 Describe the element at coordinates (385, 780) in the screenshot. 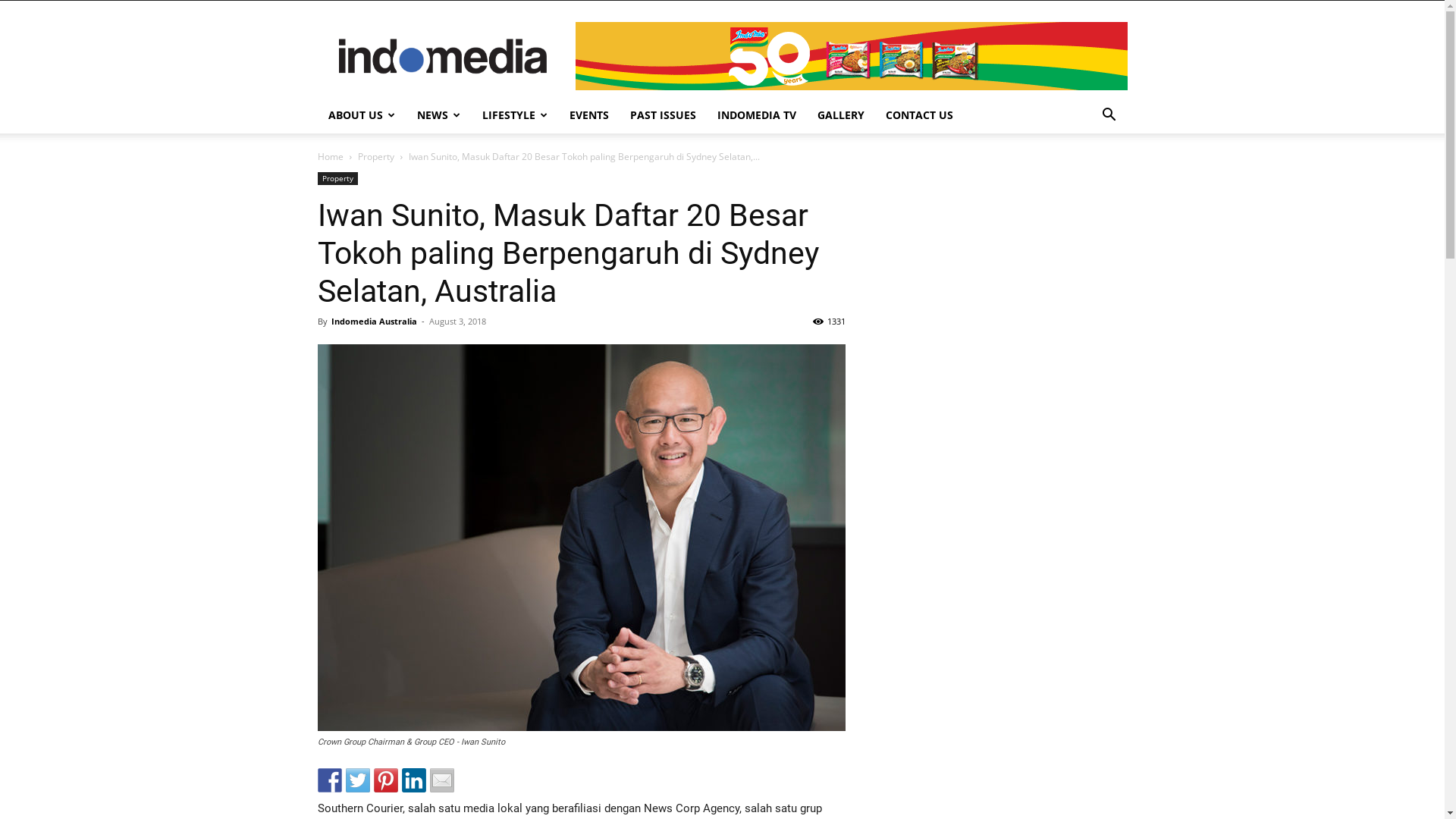

I see `'Pin it with Pinterest'` at that location.